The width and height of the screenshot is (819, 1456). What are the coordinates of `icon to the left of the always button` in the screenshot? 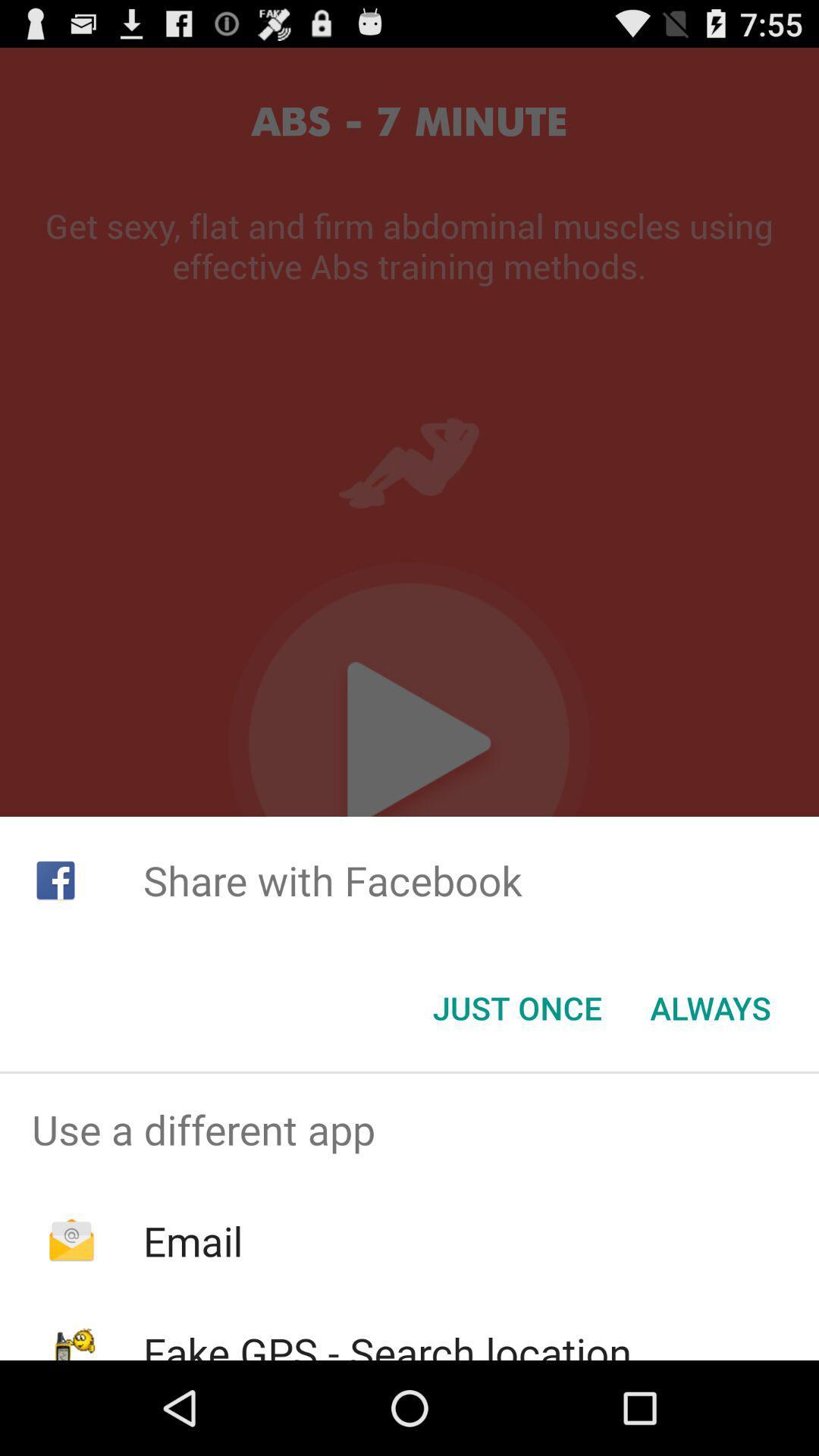 It's located at (516, 1008).